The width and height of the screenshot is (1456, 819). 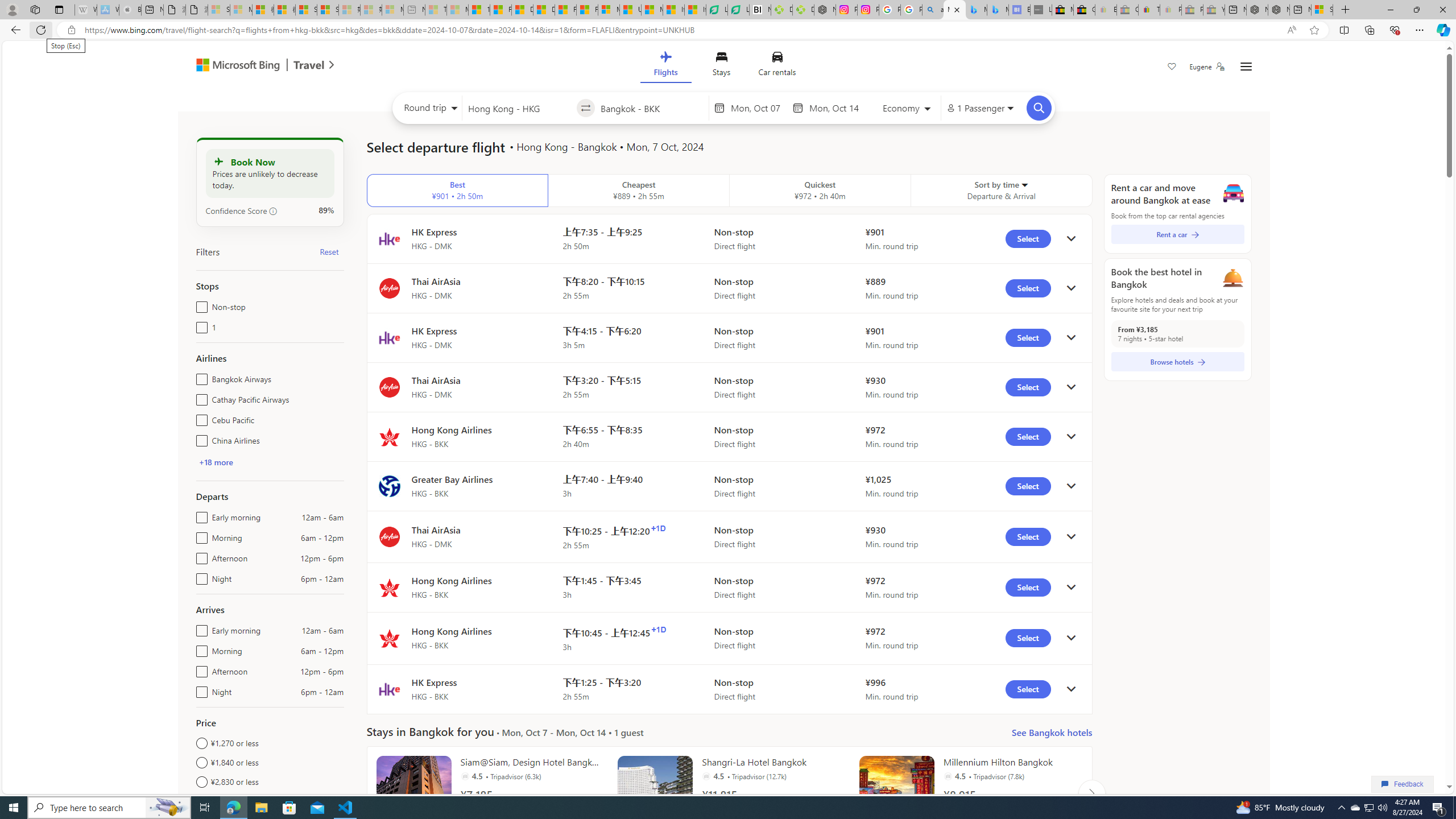 What do you see at coordinates (199, 668) in the screenshot?
I see `'Afternoon12pm - 6pm'` at bounding box center [199, 668].